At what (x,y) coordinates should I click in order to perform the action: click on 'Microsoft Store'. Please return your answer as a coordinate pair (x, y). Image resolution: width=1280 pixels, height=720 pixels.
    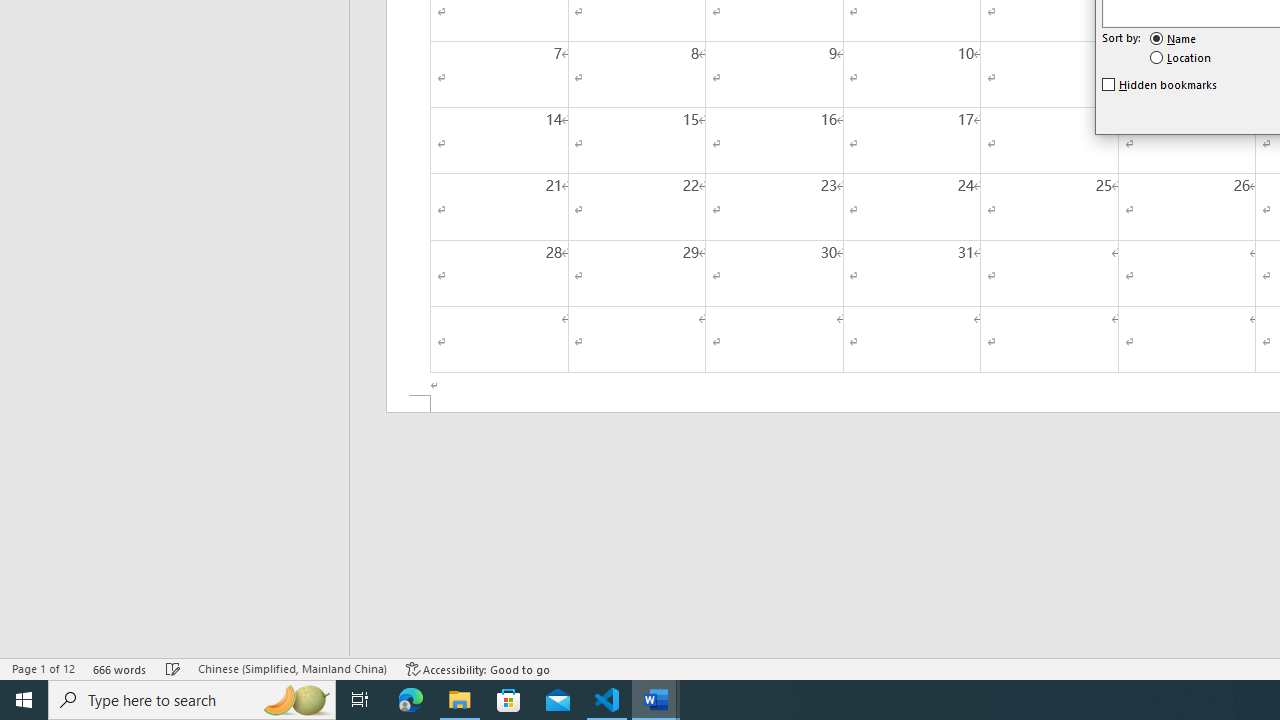
    Looking at the image, I should click on (509, 698).